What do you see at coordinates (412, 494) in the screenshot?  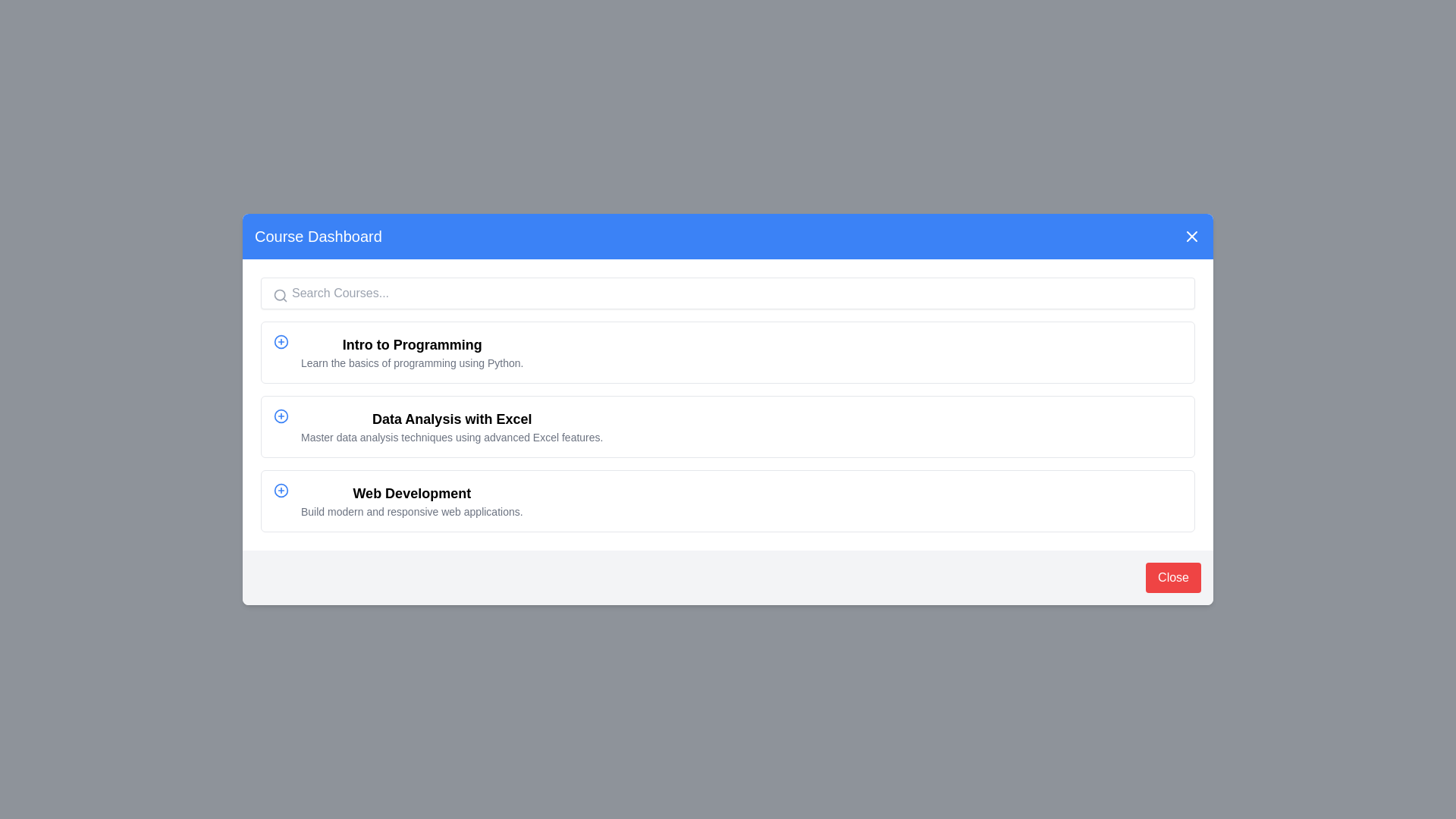 I see `the text label reading 'Web Development', which is bold and large, located above the sibling text 'Build modern and responsive web applications' within the third item of a vertically stacked list` at bounding box center [412, 494].